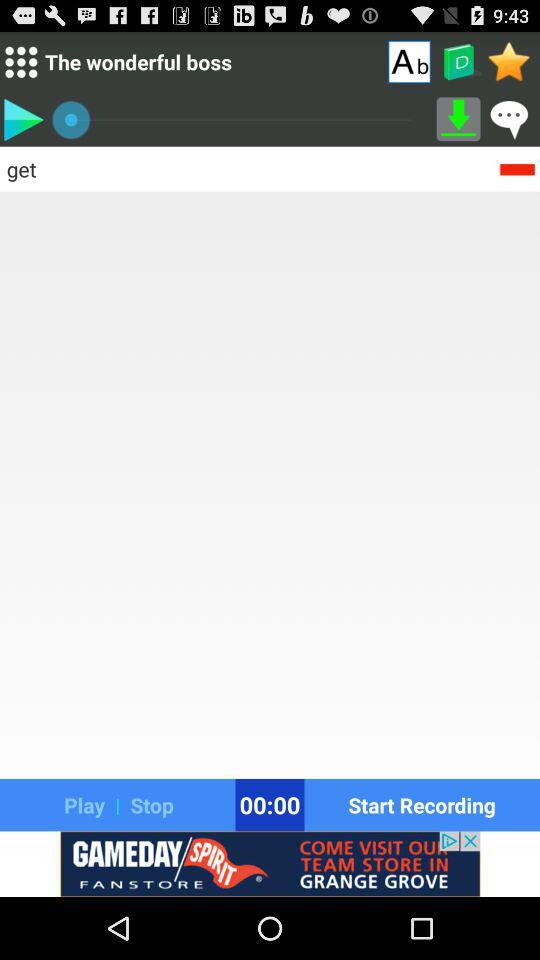 This screenshot has width=540, height=960. I want to click on fonts, so click(408, 61).